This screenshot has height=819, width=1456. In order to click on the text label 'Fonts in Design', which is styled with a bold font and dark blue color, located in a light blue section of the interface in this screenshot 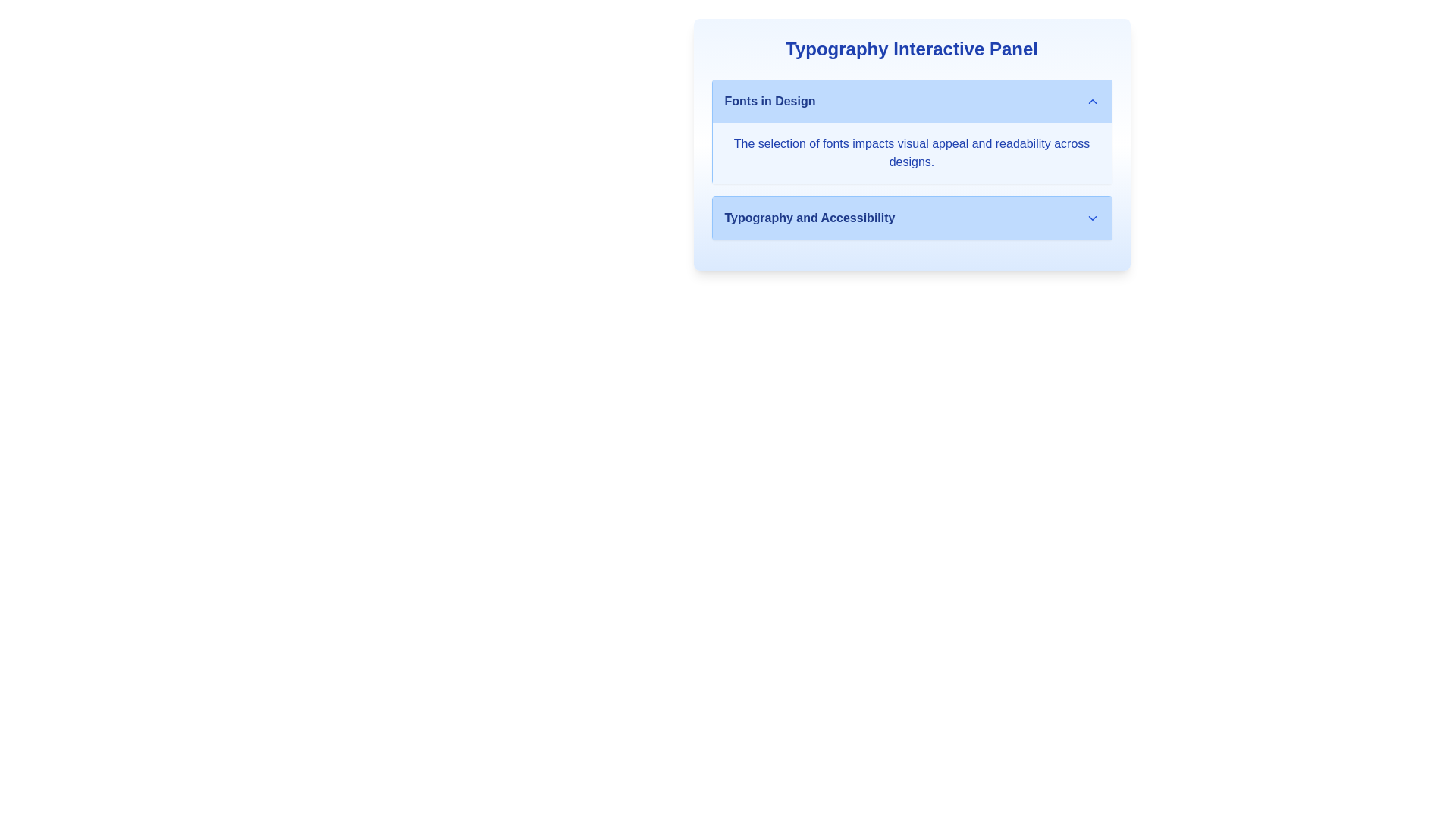, I will do `click(770, 102)`.